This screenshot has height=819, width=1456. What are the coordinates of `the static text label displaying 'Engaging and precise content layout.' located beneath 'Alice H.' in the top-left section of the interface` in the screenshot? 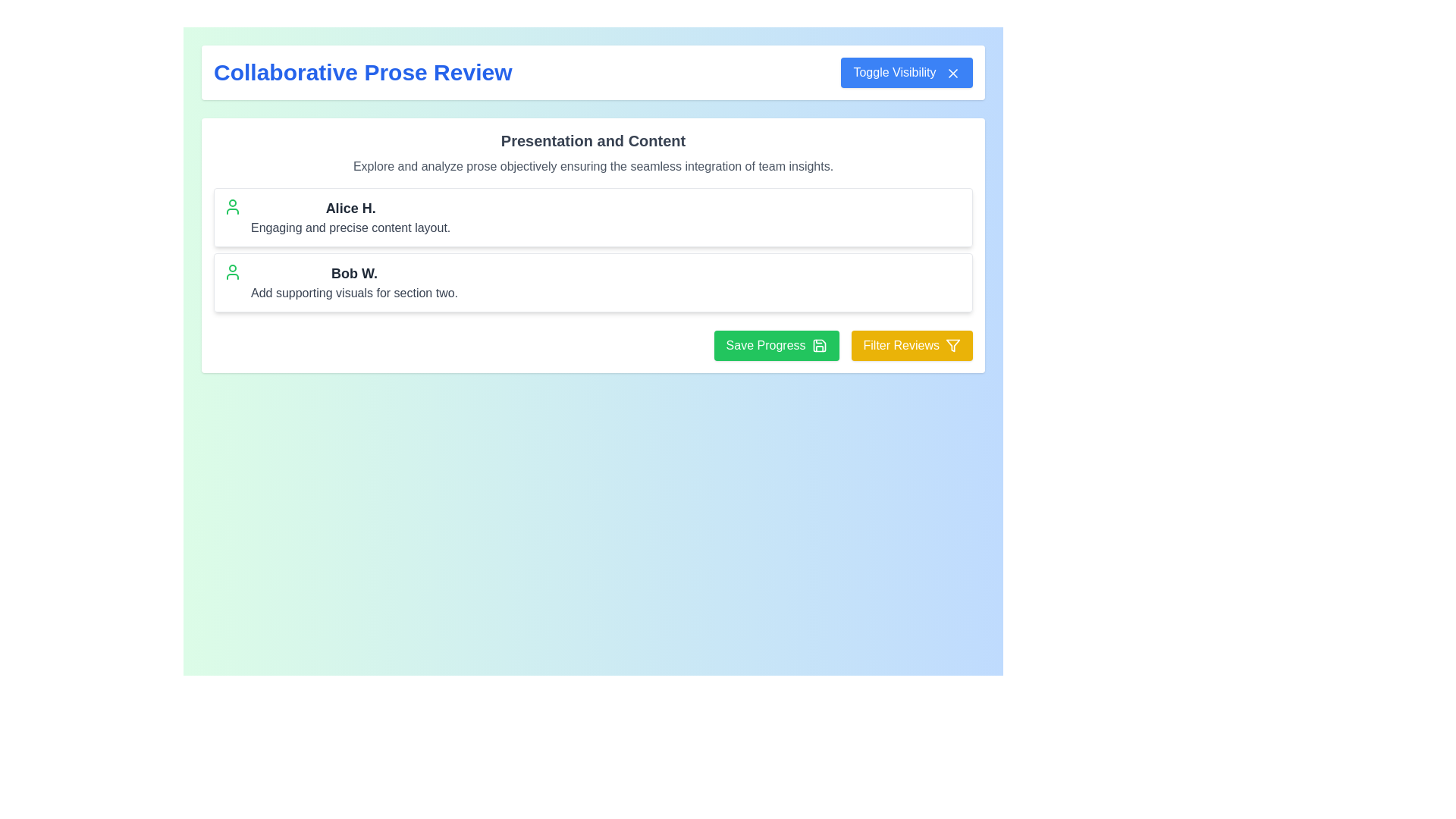 It's located at (350, 227).